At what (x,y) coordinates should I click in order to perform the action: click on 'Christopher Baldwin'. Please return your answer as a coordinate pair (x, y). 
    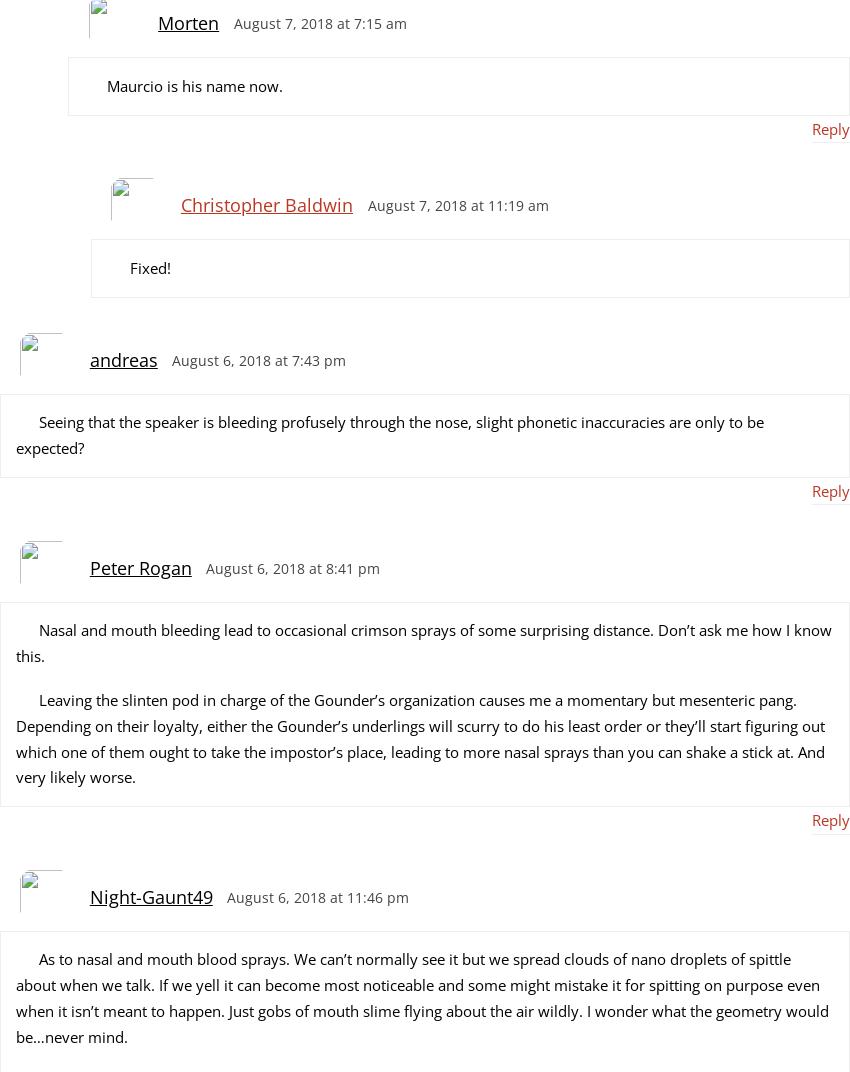
    Looking at the image, I should click on (264, 204).